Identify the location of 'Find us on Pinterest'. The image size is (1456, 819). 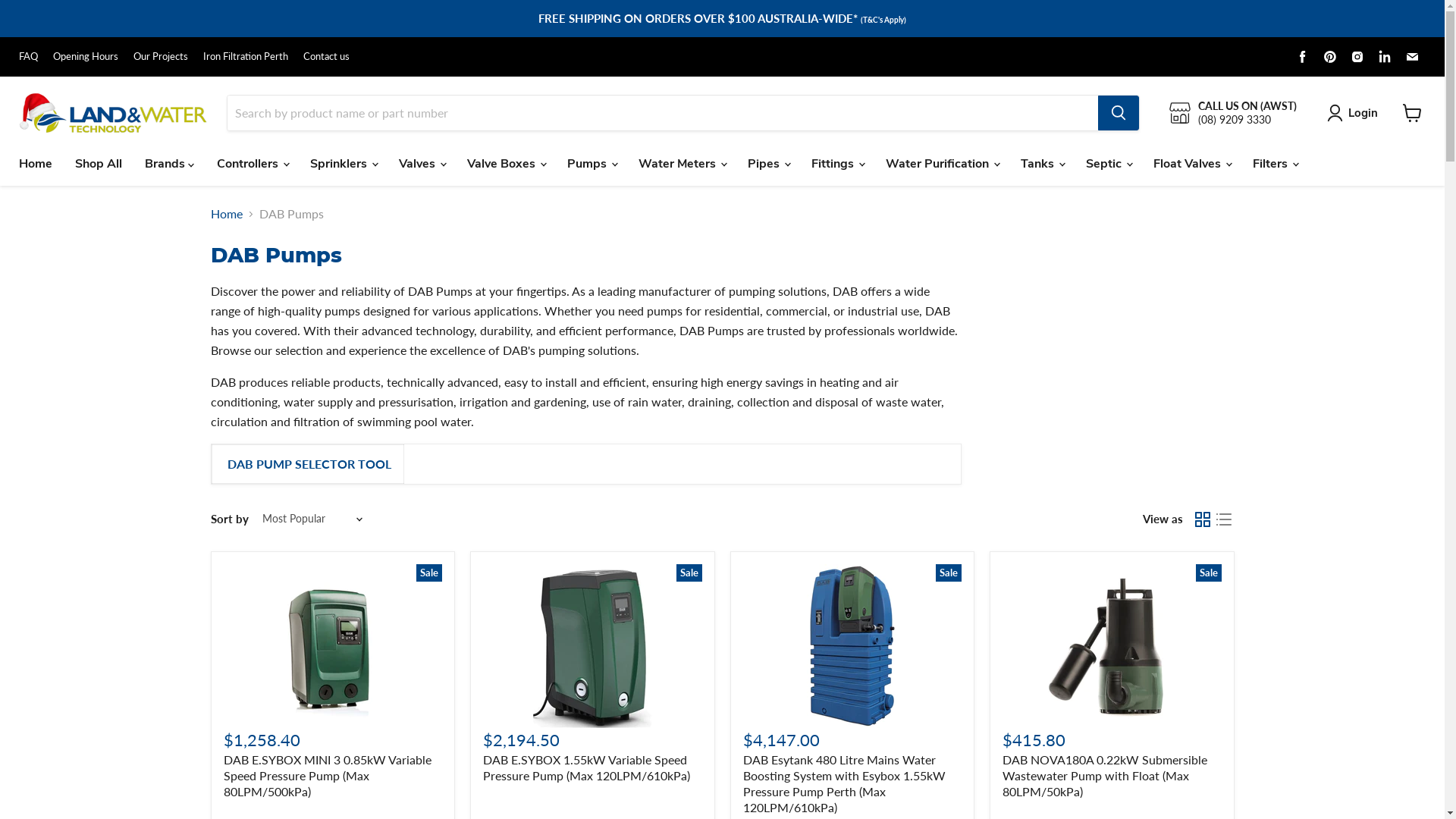
(1329, 55).